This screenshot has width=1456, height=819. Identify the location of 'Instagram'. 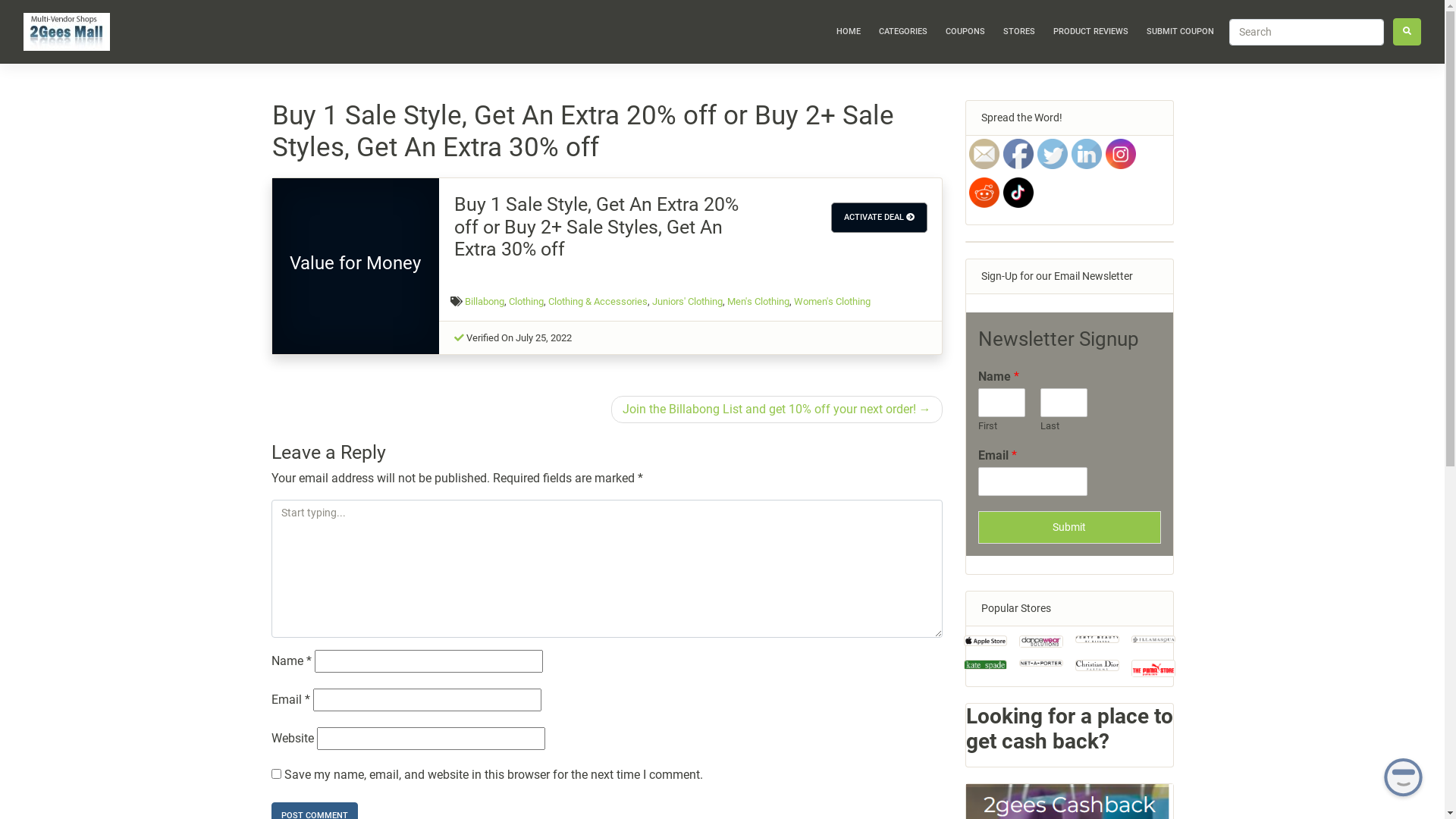
(1121, 154).